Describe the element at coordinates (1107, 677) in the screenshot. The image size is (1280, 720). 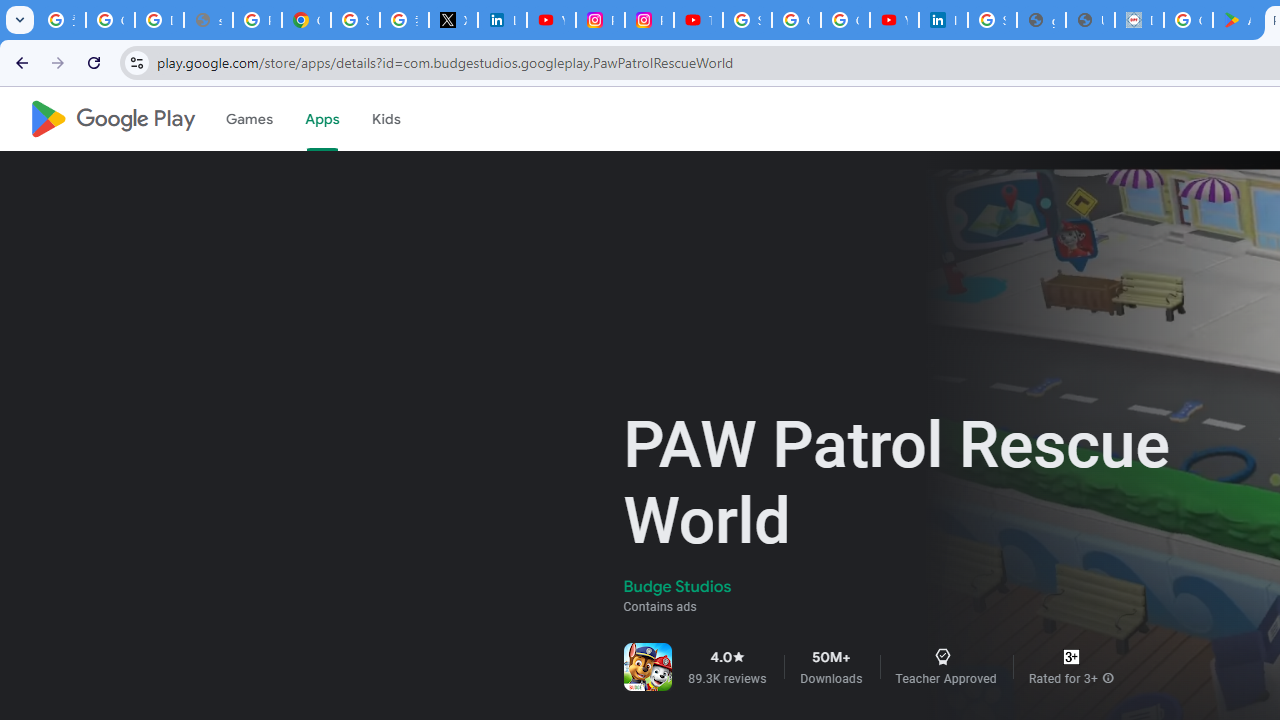
I see `'More info about this content rating'` at that location.